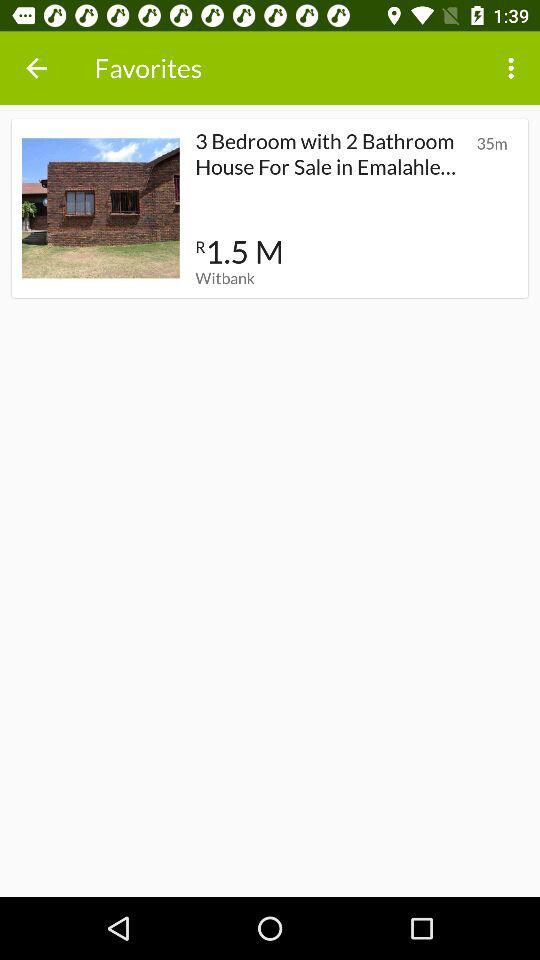 Image resolution: width=540 pixels, height=960 pixels. Describe the element at coordinates (513, 68) in the screenshot. I see `the icon to the right of favorites item` at that location.